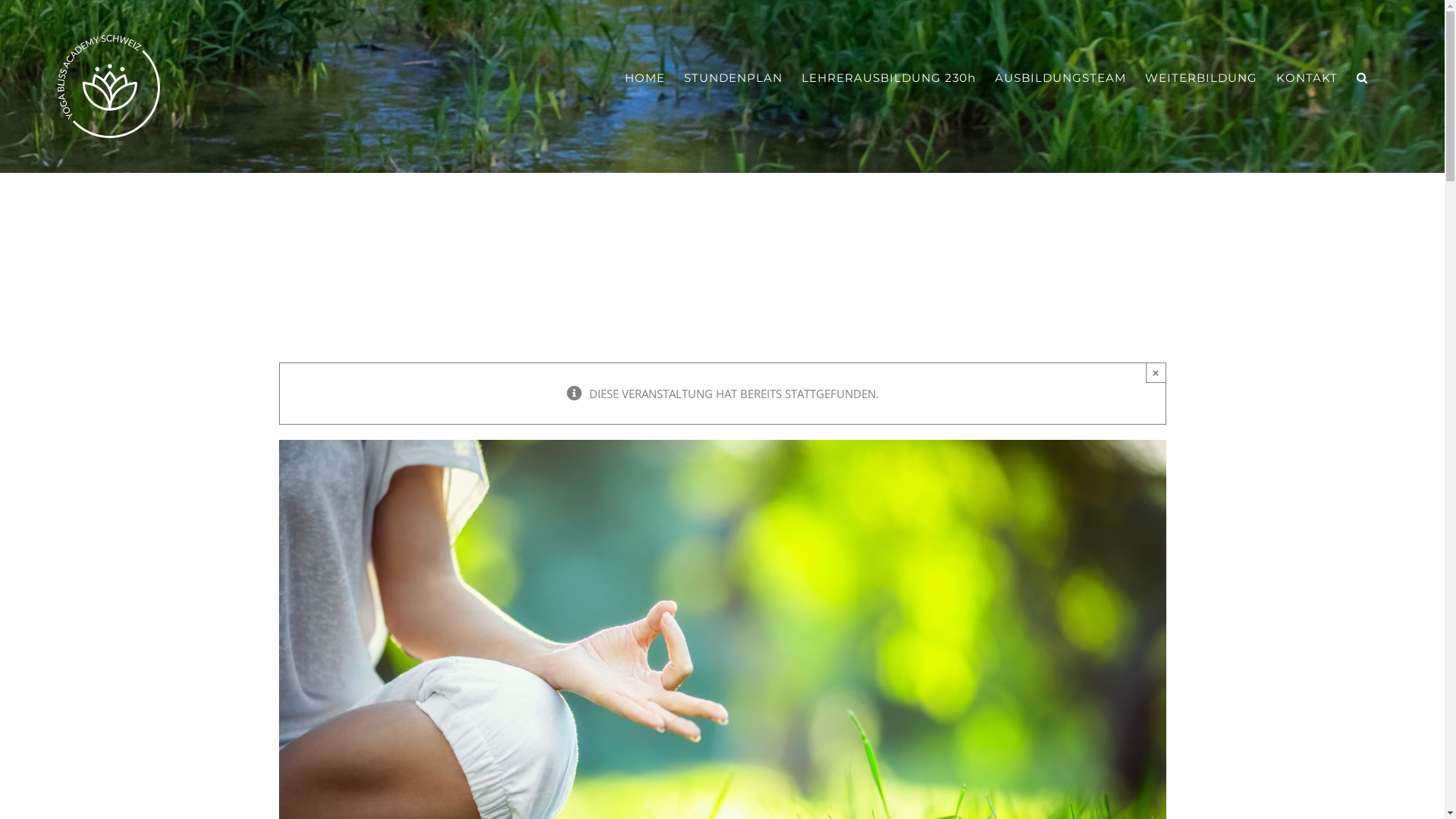 Image resolution: width=1456 pixels, height=819 pixels. Describe the element at coordinates (1362, 77) in the screenshot. I see `'Suche'` at that location.